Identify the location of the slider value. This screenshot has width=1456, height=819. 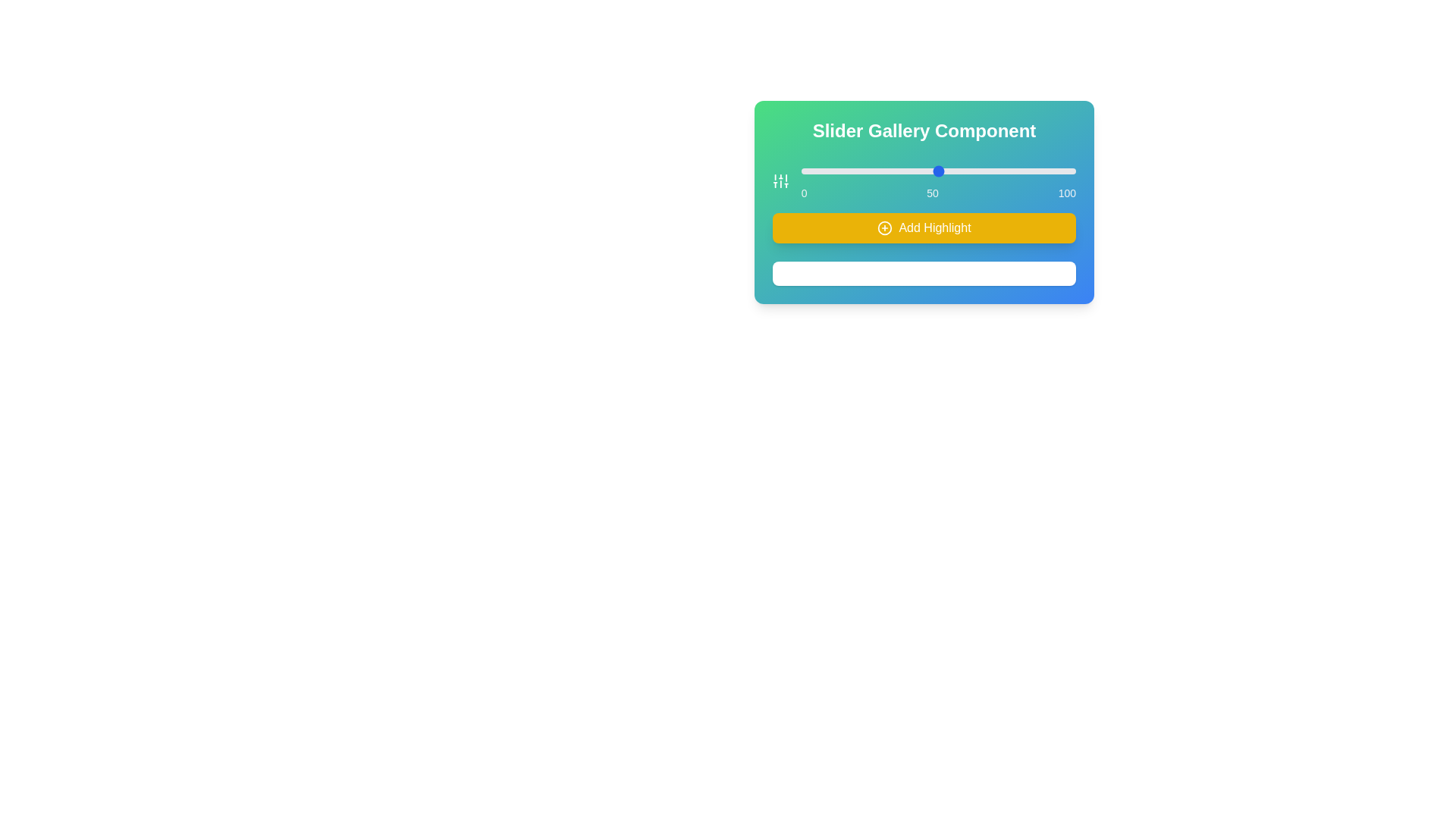
(1050, 171).